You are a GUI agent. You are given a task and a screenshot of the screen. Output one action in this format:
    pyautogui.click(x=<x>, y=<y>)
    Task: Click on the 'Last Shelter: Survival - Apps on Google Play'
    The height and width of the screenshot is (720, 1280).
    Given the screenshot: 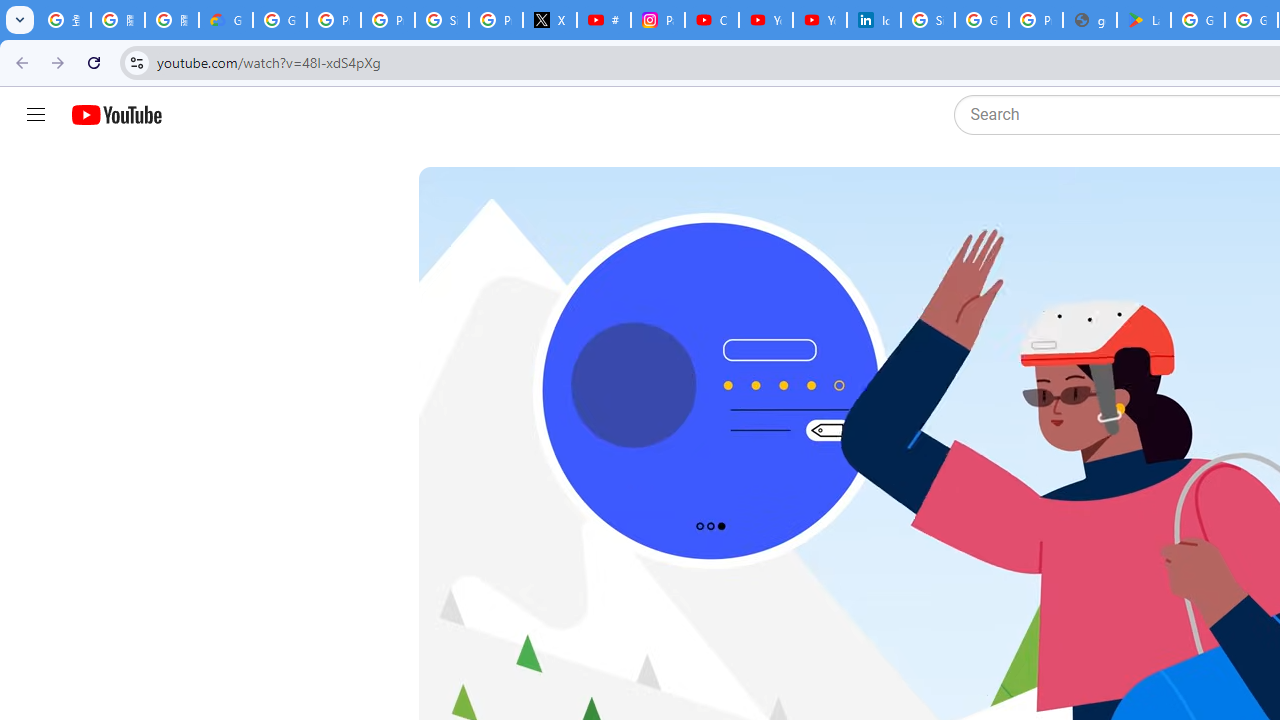 What is the action you would take?
    pyautogui.click(x=1144, y=20)
    